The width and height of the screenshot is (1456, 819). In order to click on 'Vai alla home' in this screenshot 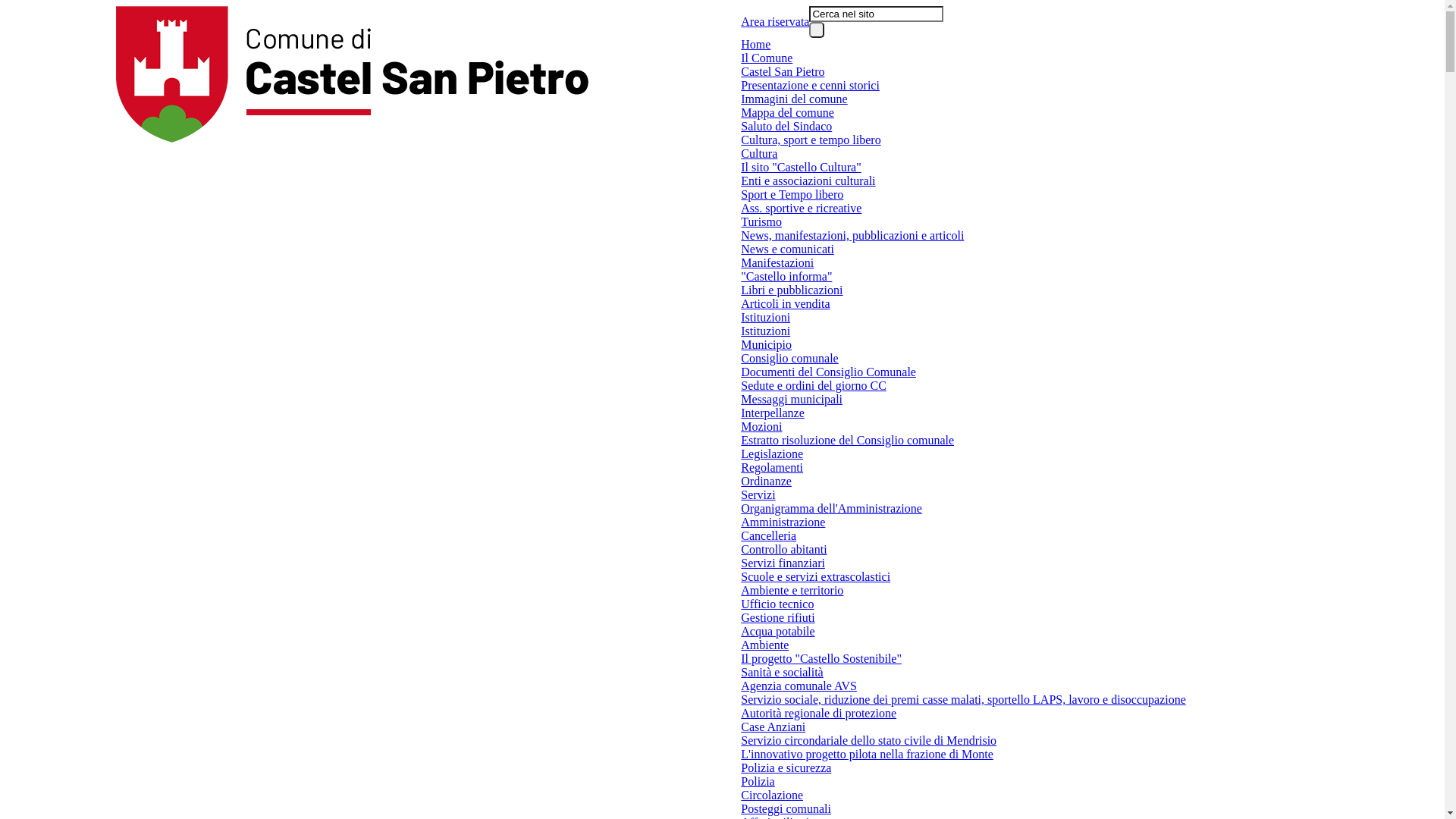, I will do `click(351, 74)`.